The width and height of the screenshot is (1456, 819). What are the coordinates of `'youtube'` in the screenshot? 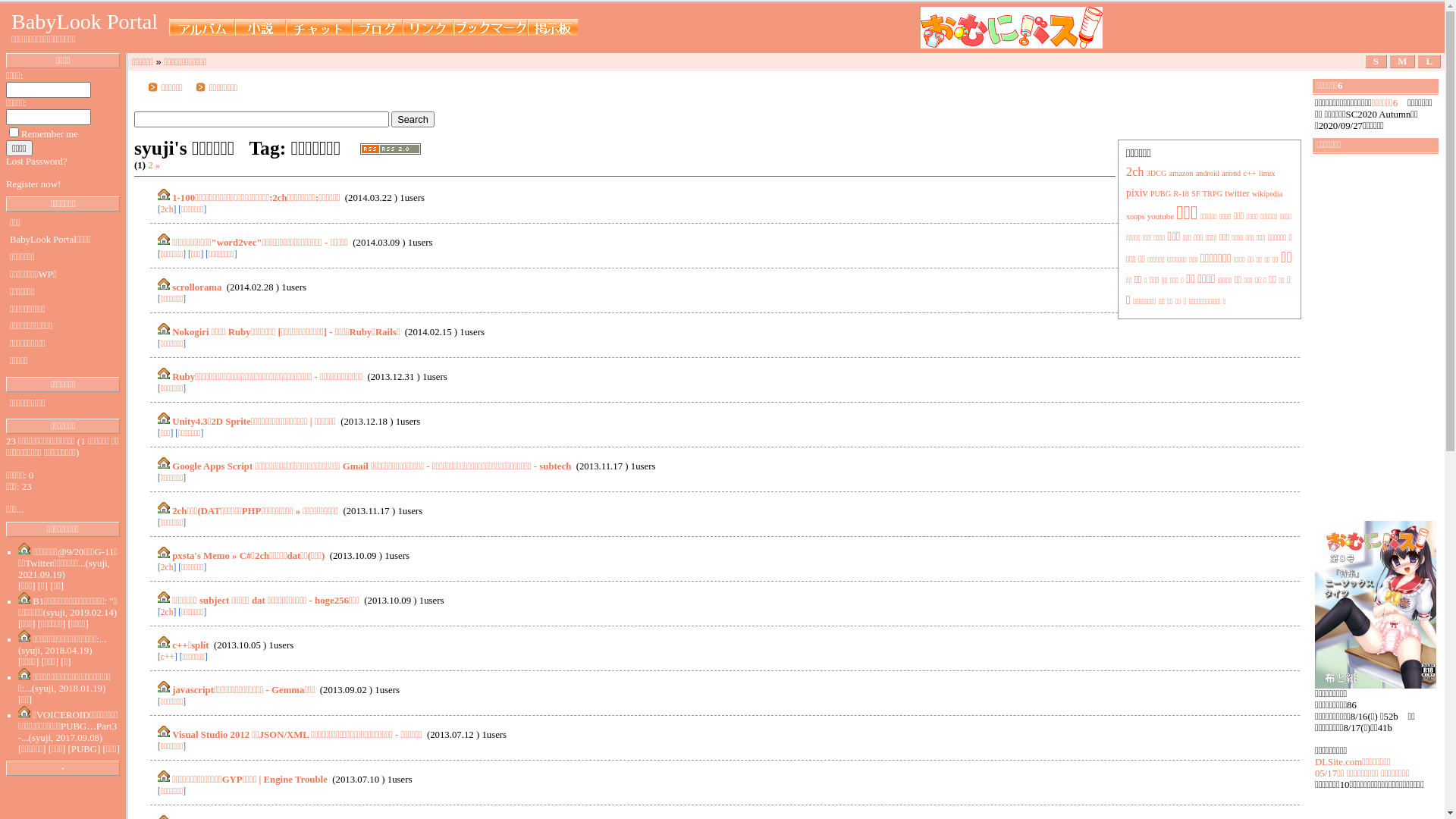 It's located at (1159, 216).